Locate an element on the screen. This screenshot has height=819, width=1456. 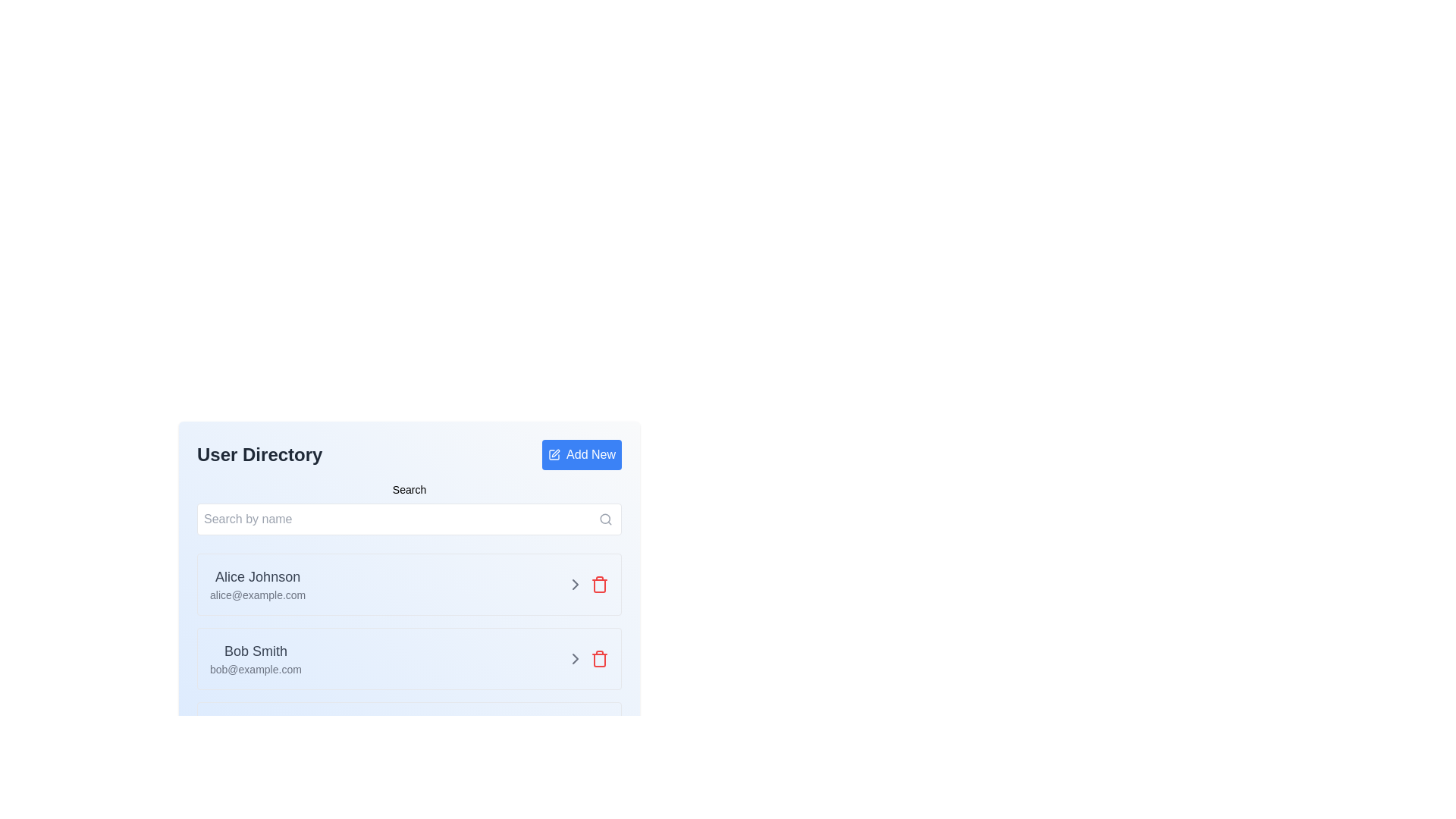
the 'Add New' button with a blue background and white text located at the top-right corner of the 'User Directory' section to observe the hover effect is located at coordinates (581, 454).